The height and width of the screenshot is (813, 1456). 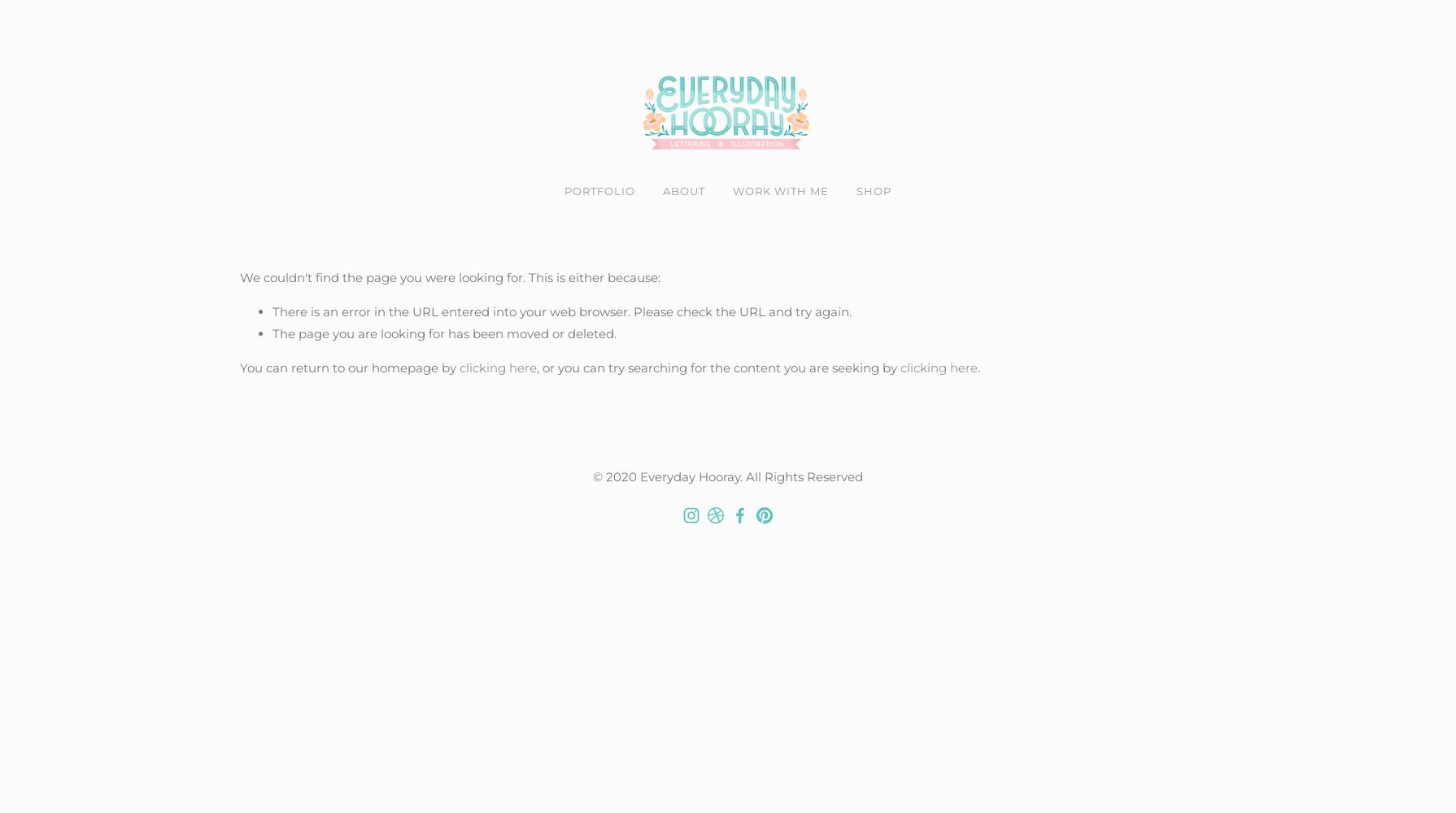 What do you see at coordinates (449, 276) in the screenshot?
I see `'We couldn't find the page you were looking for. This is either because:'` at bounding box center [449, 276].